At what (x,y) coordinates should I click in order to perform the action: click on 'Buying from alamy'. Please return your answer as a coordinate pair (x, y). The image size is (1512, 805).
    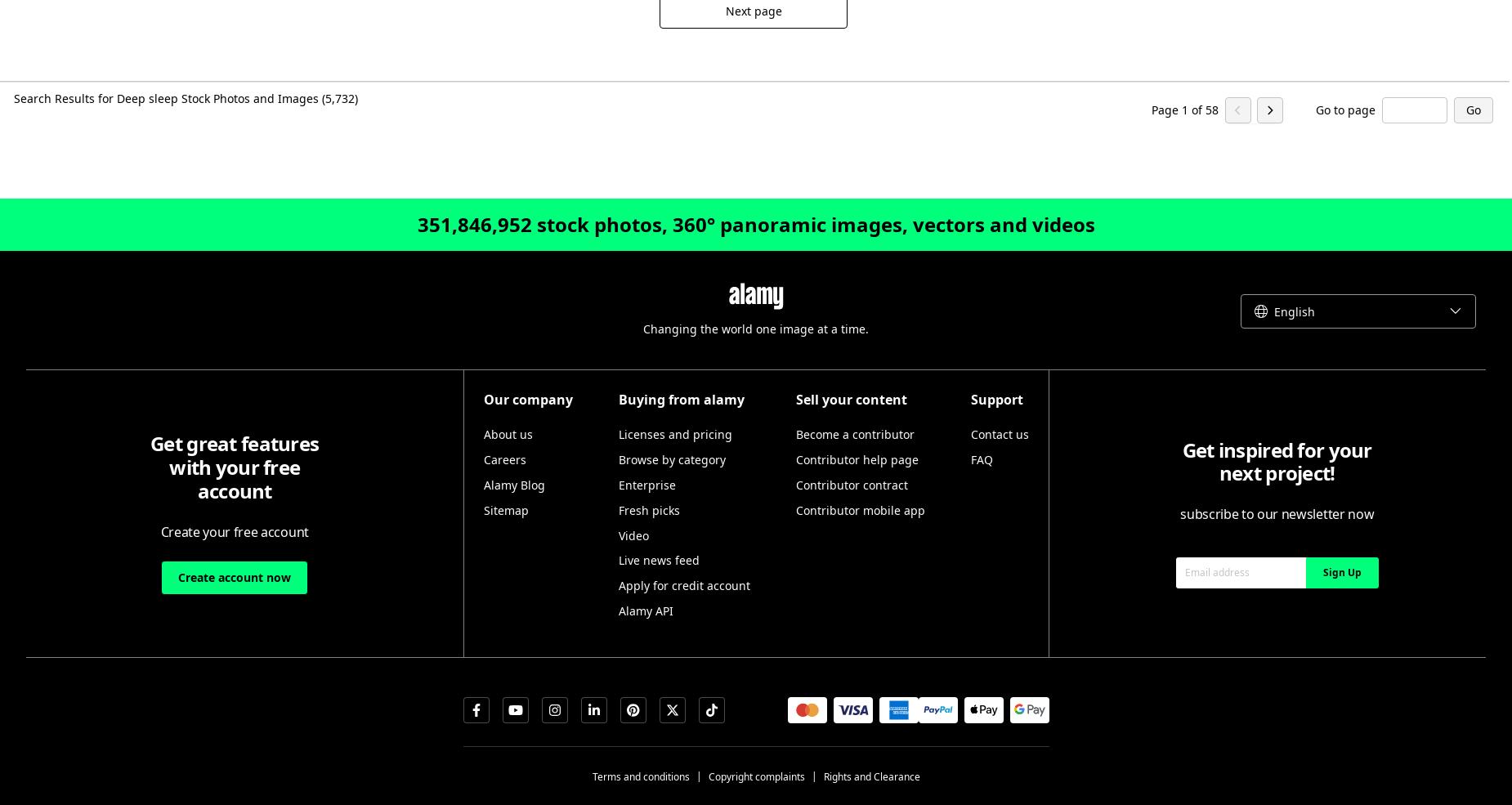
    Looking at the image, I should click on (681, 398).